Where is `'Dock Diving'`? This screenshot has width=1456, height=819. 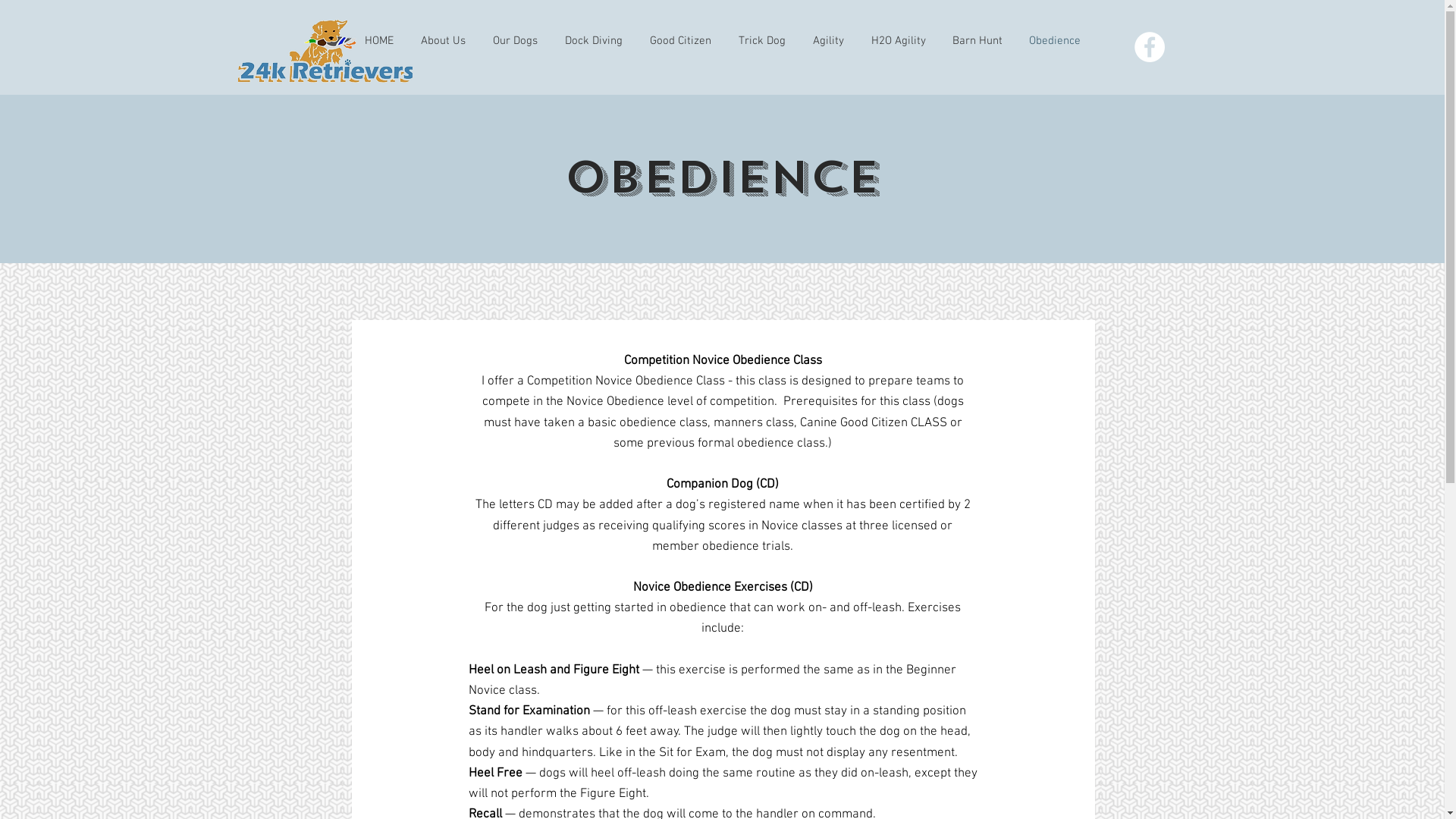 'Dock Diving' is located at coordinates (592, 40).